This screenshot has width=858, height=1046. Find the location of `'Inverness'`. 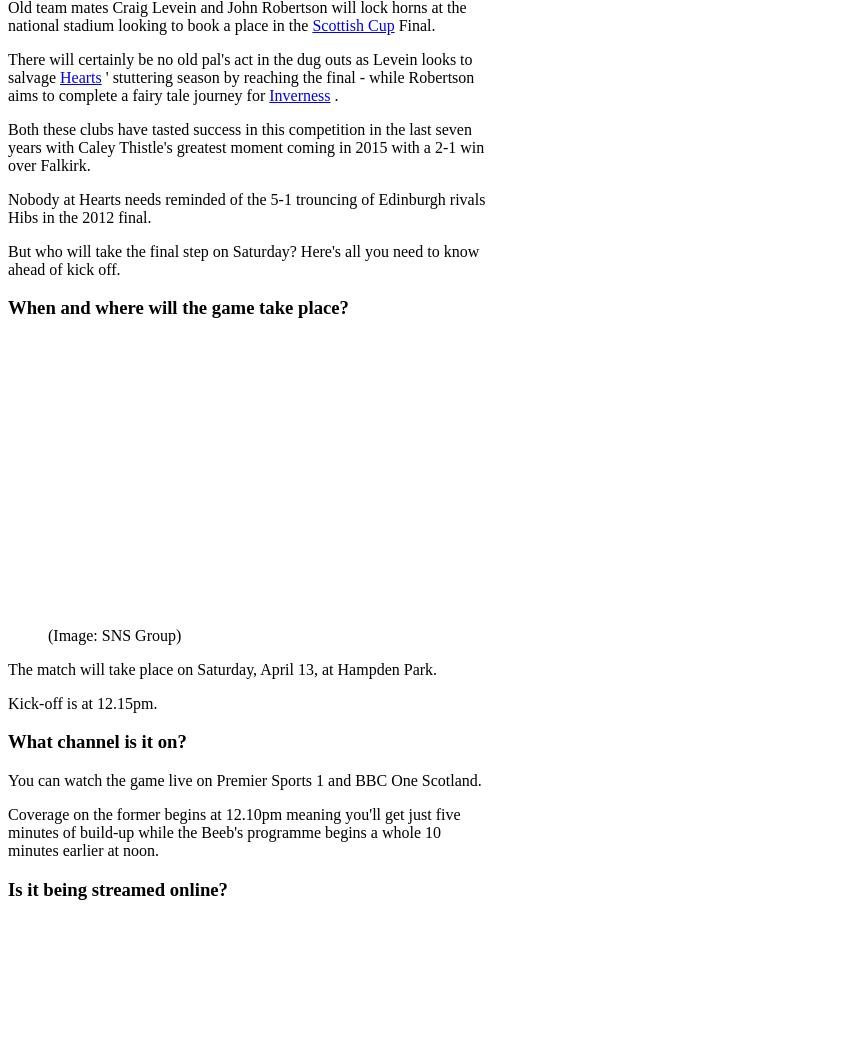

'Inverness' is located at coordinates (299, 94).